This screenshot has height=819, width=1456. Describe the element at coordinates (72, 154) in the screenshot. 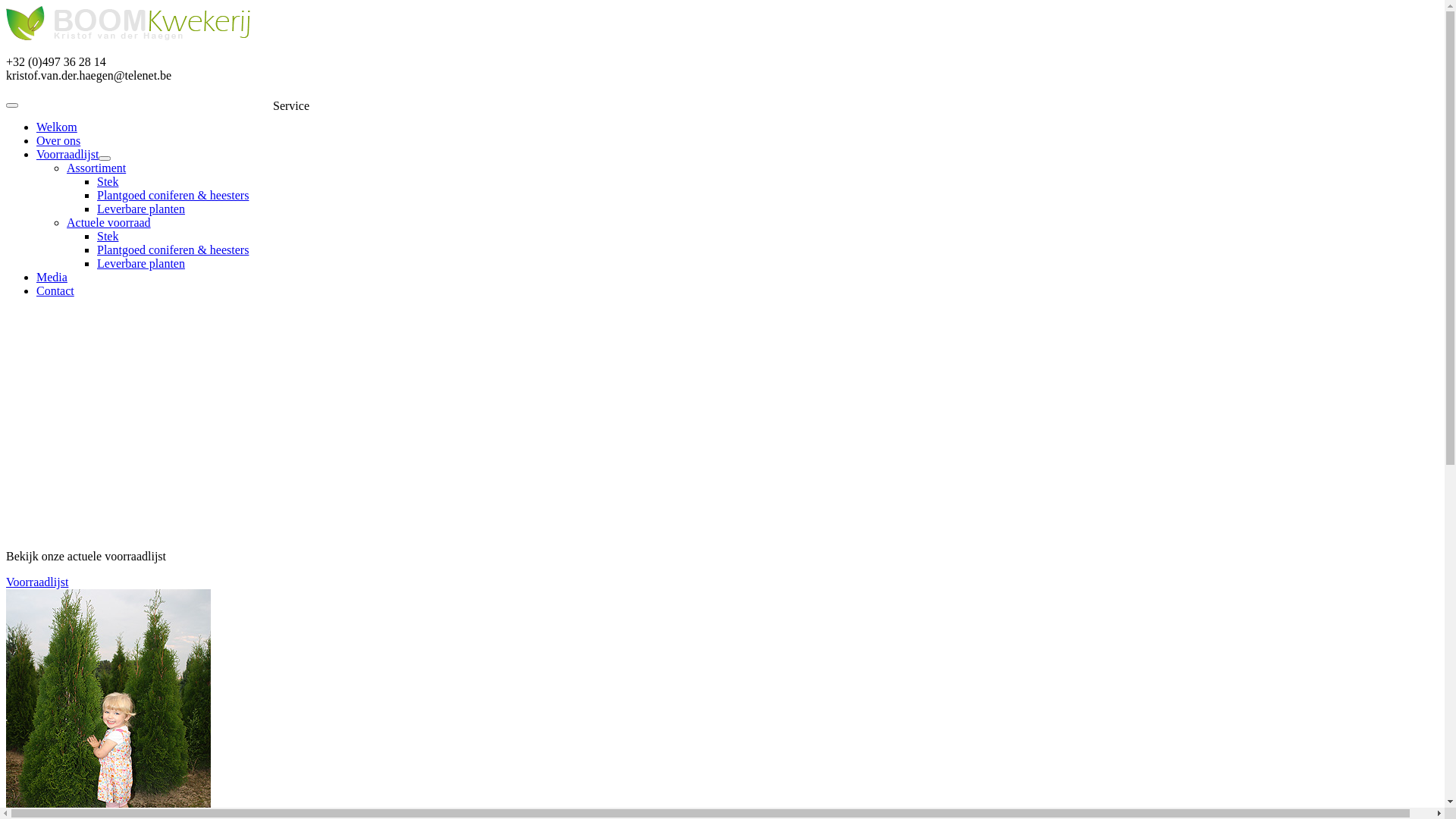

I see `'Voorraadlijst'` at that location.